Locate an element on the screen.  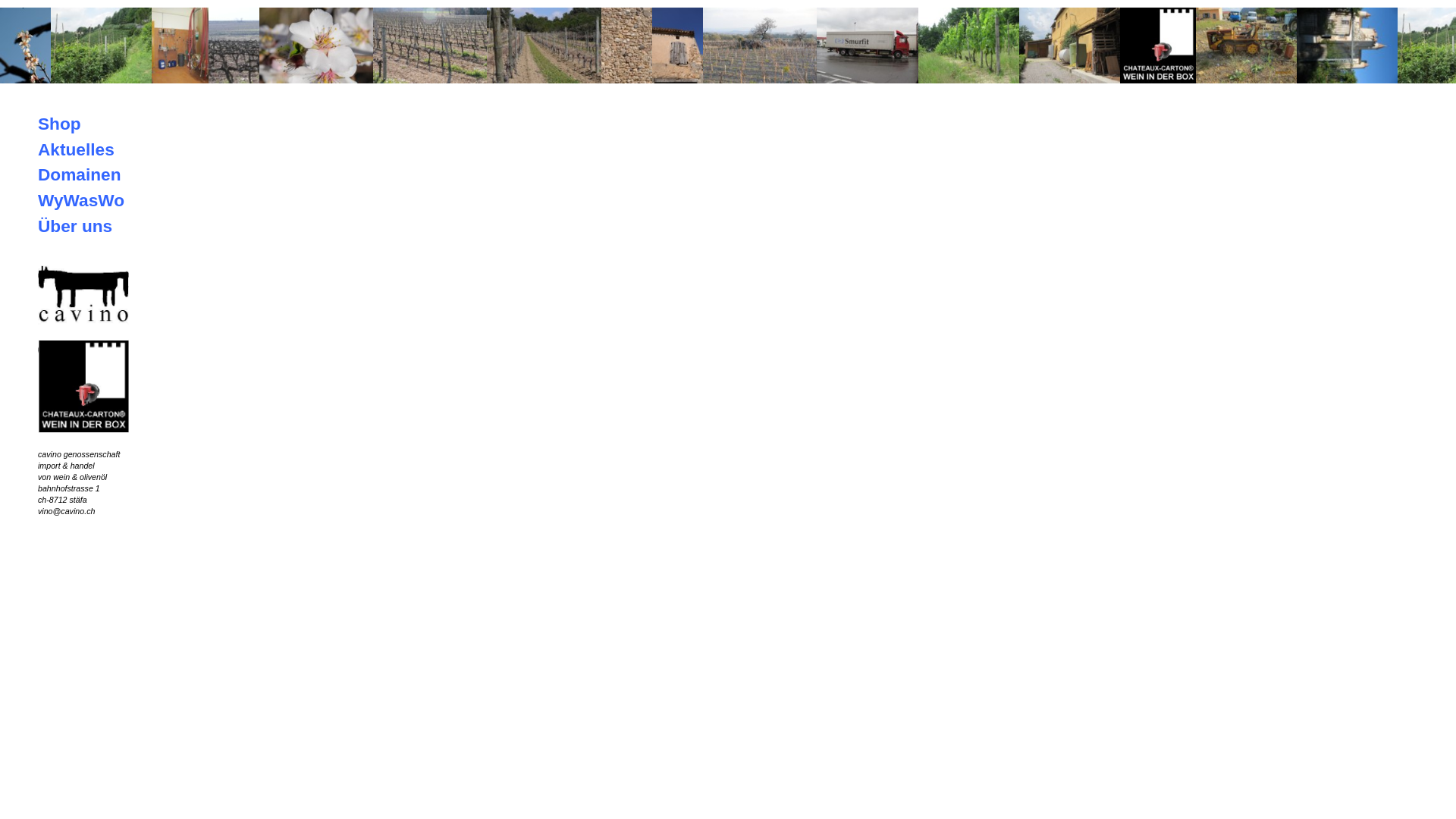
'Shop' is located at coordinates (37, 122).